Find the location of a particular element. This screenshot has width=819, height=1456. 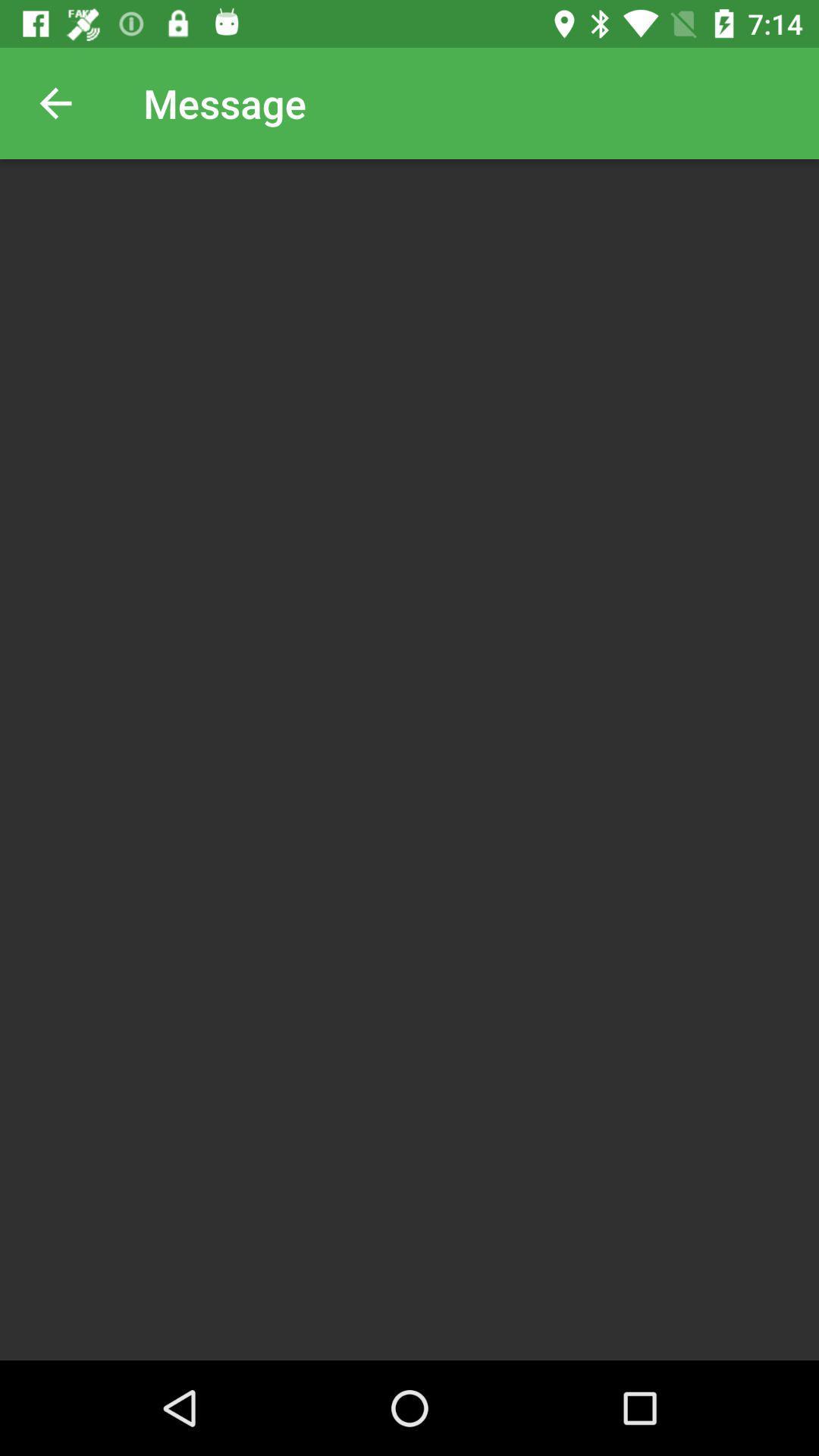

icon to the left of the message icon is located at coordinates (55, 102).